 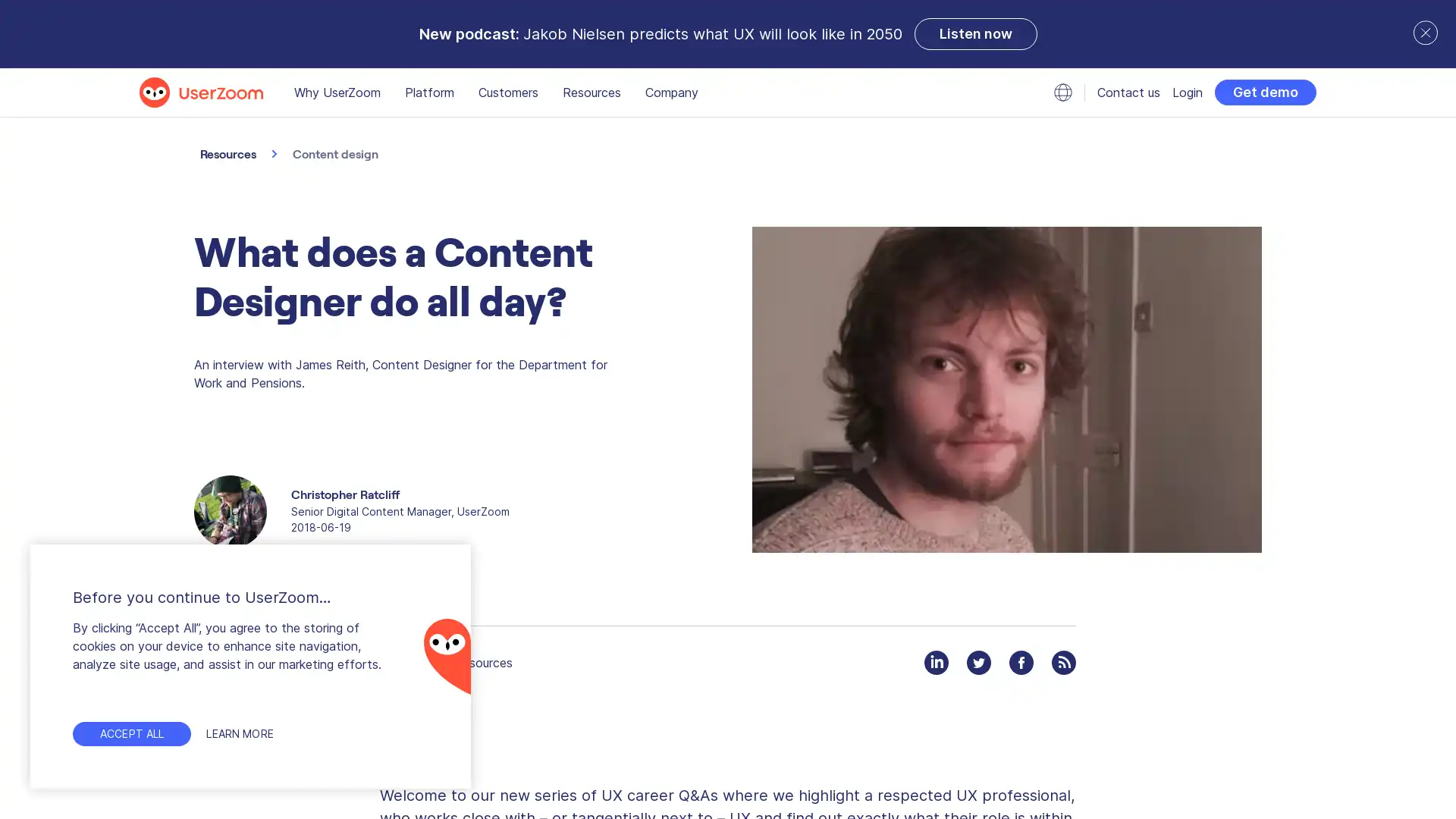 I want to click on Company, so click(x=671, y=93).